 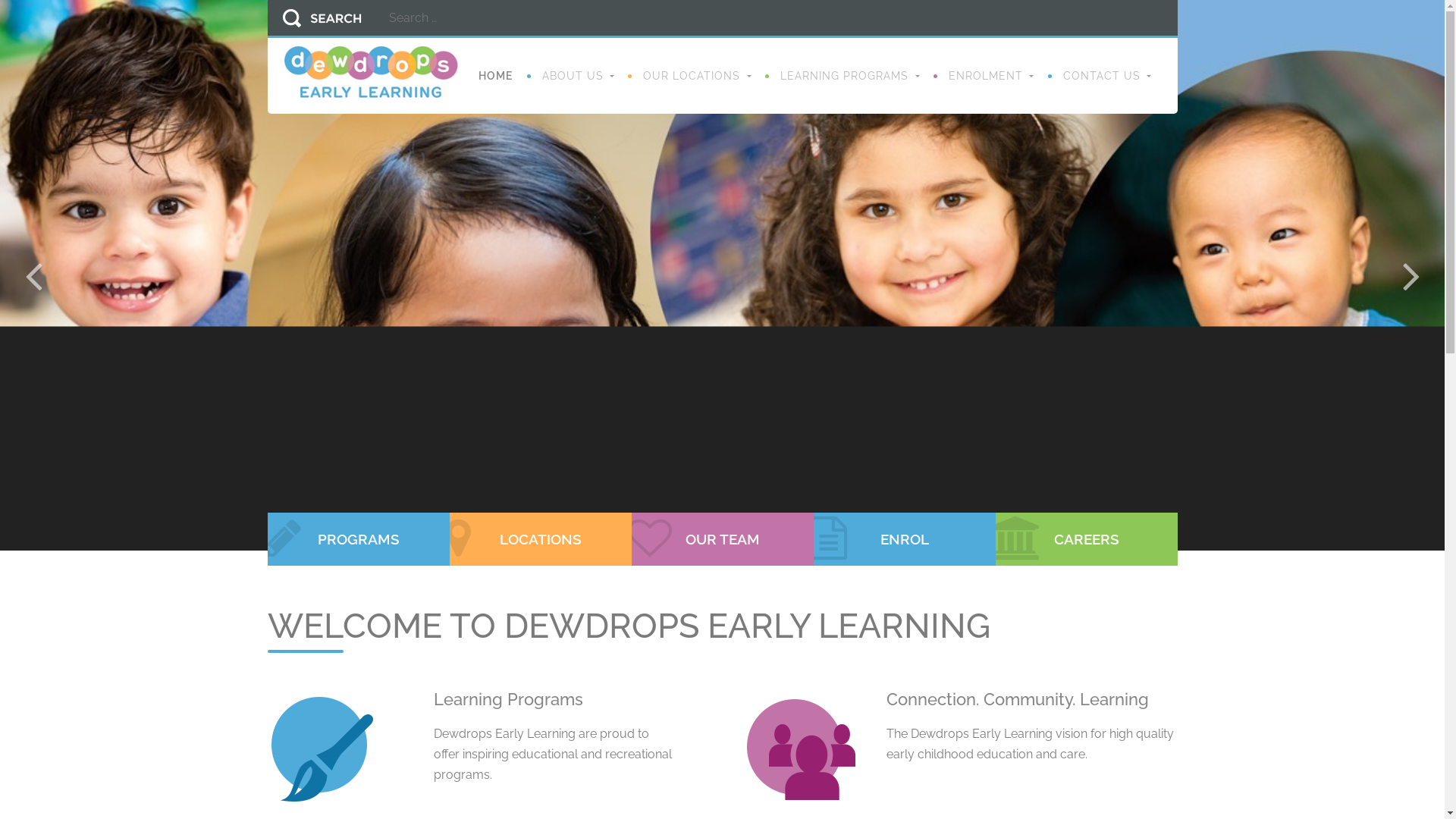 I want to click on 'CAREERS', so click(x=1084, y=538).